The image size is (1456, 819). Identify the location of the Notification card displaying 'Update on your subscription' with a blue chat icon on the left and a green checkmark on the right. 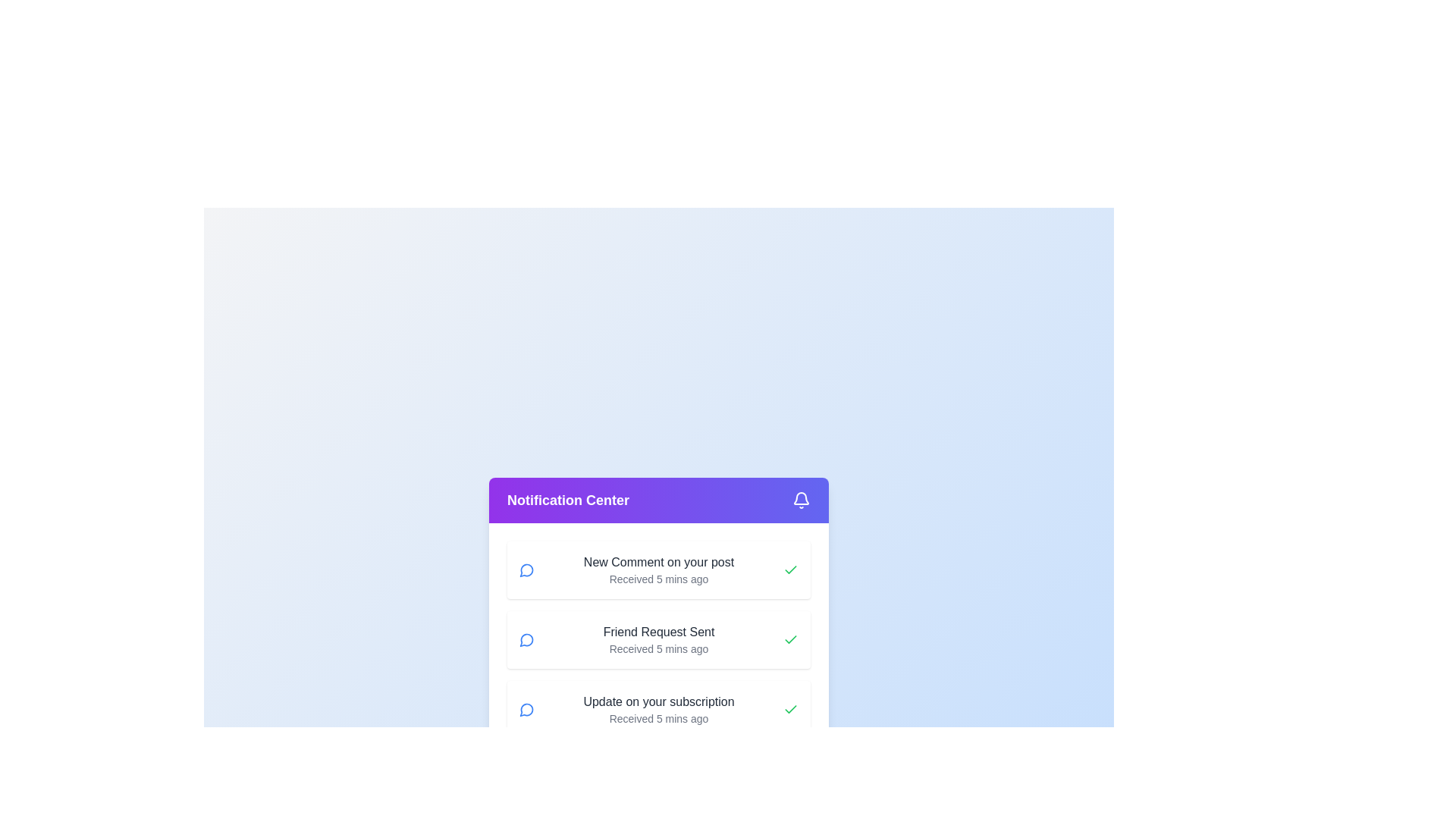
(658, 710).